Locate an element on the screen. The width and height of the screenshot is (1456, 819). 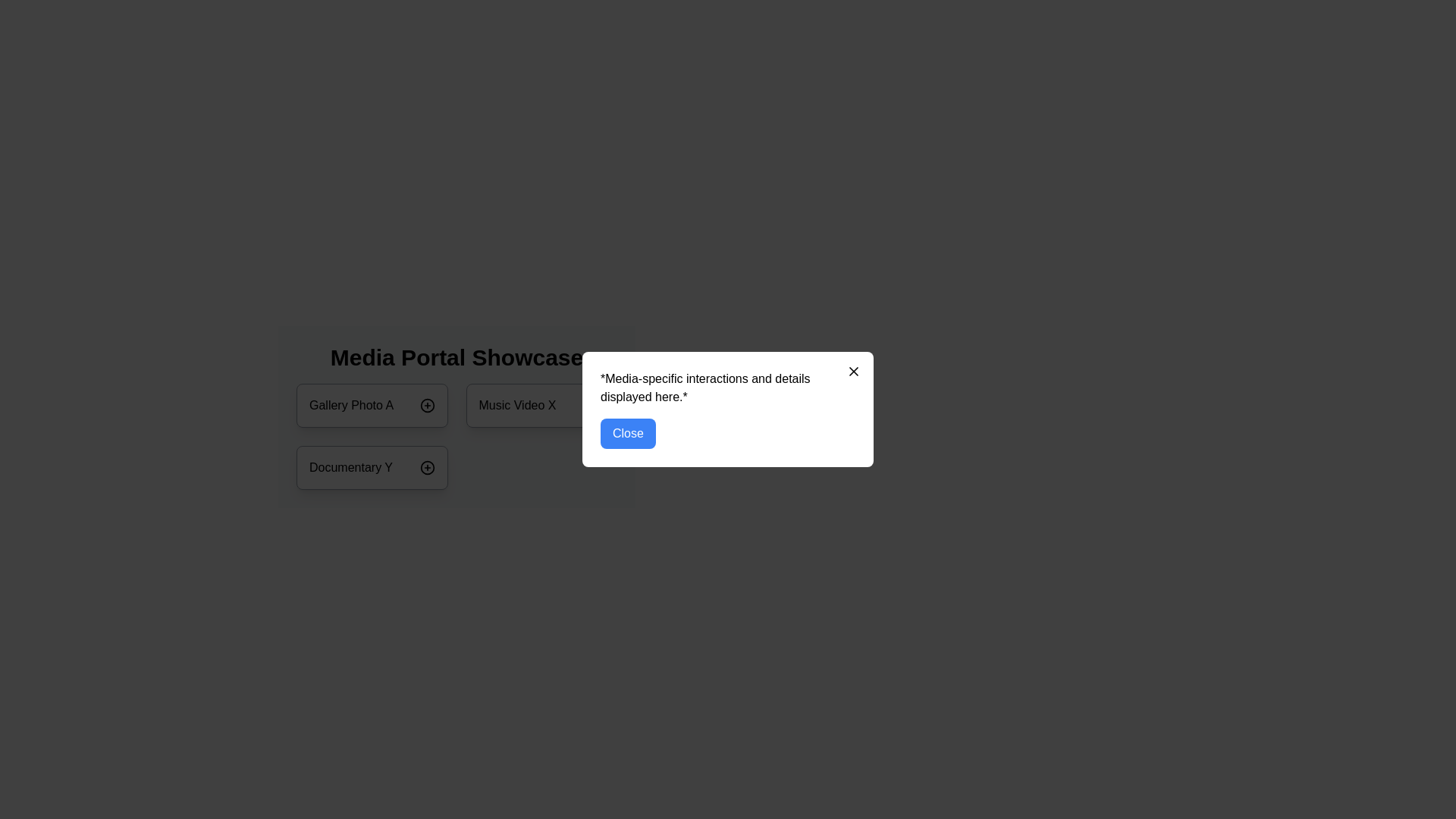
the circular icon with a minimalist plus sign design located next to the text in the 'Gallery Photo A' component is located at coordinates (426, 405).